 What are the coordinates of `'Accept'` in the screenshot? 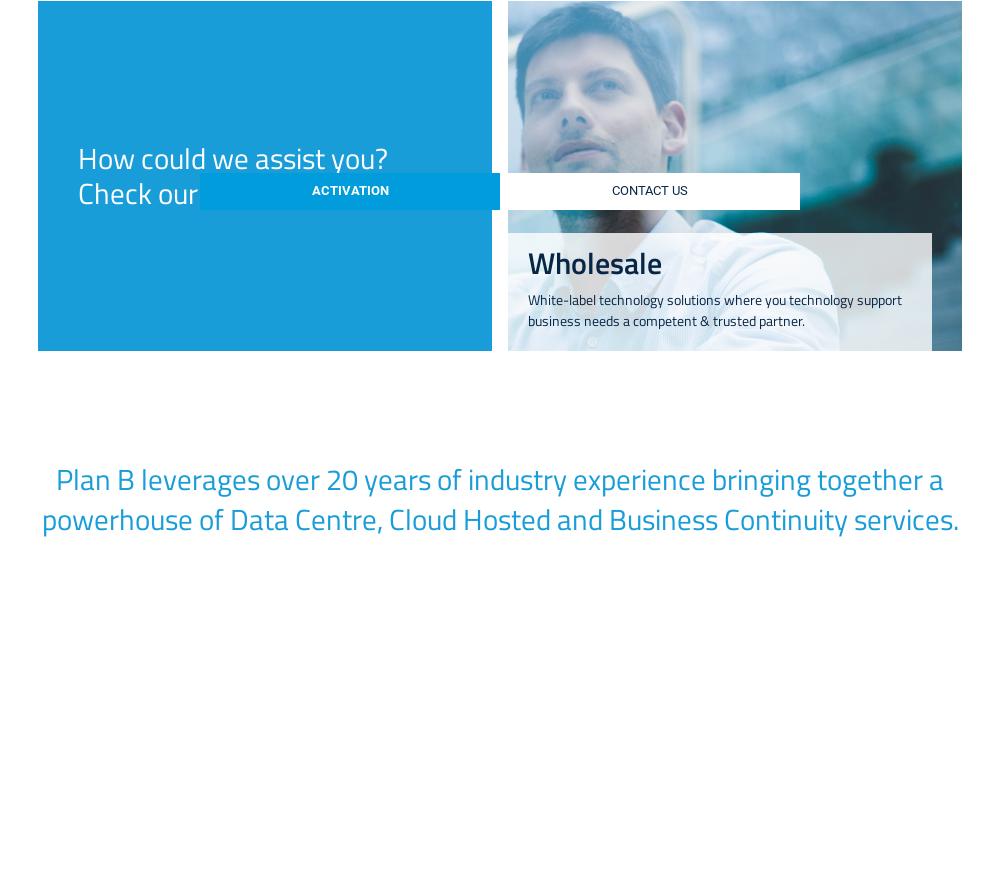 It's located at (835, 474).